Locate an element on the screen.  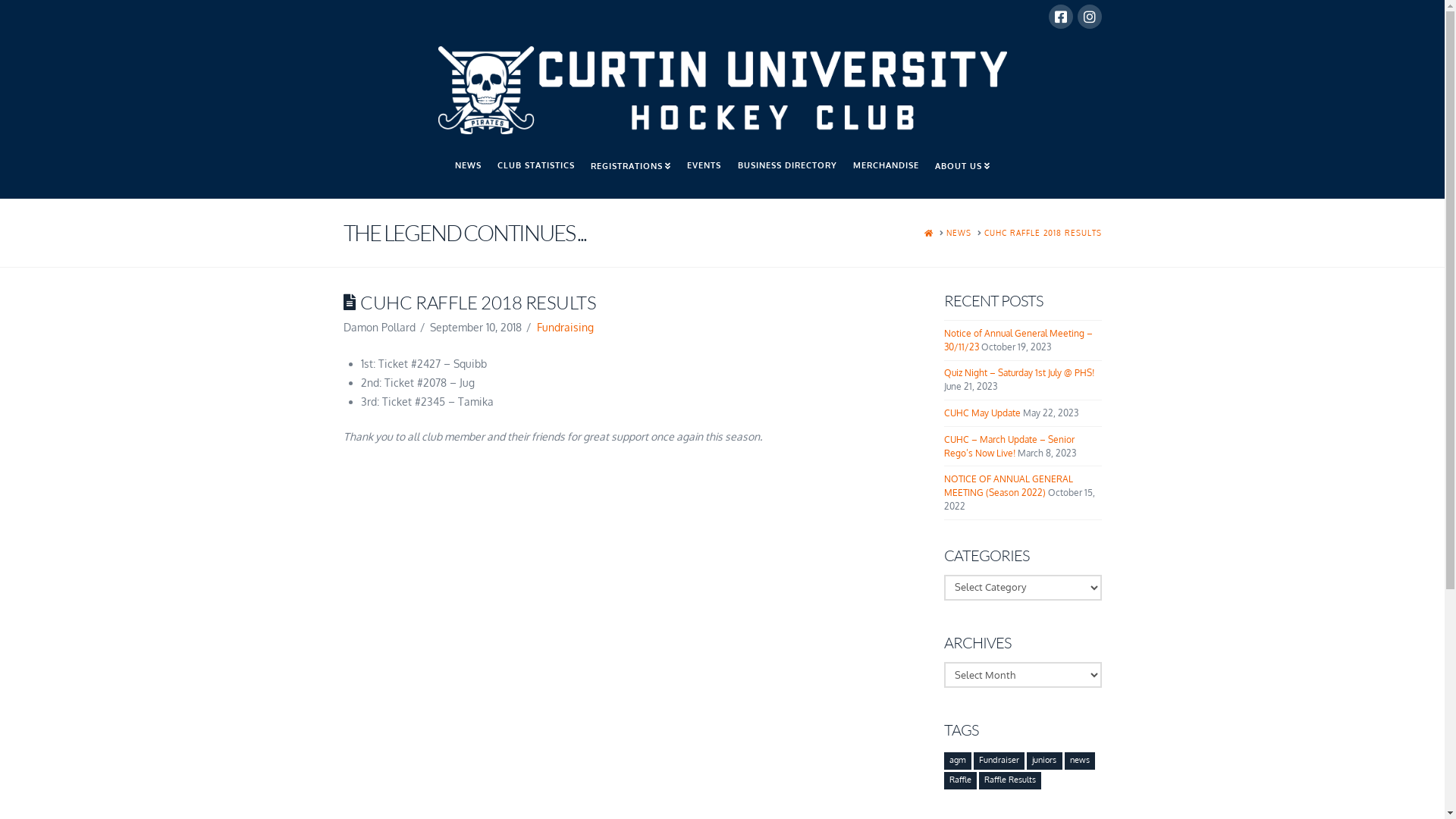
'CUHC RAFFLE 2018 RESULTS' is located at coordinates (1042, 233).